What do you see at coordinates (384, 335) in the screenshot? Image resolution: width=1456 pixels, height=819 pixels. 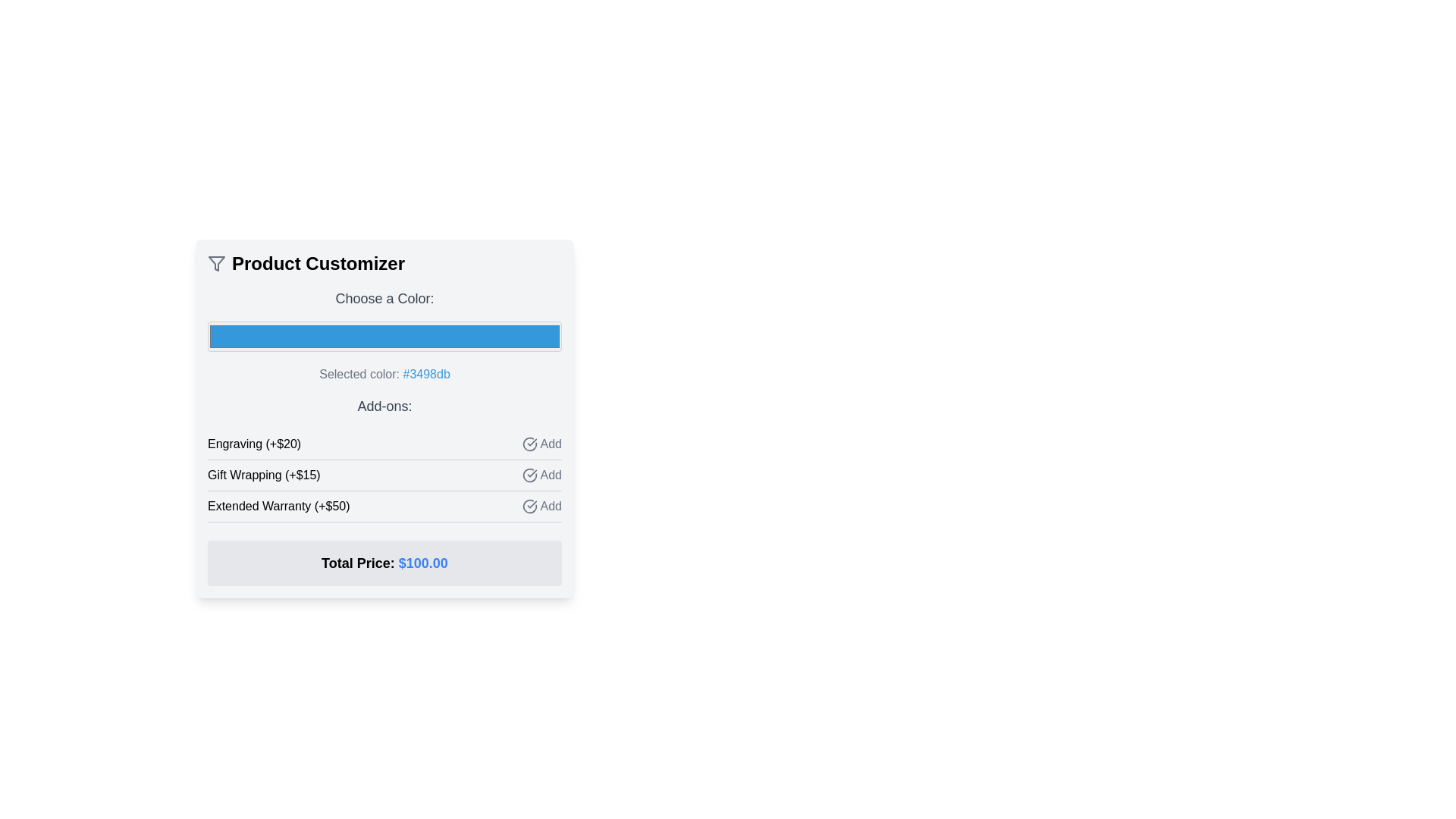 I see `the horizontal color selection bar with a light blue fill and a thin gray border` at bounding box center [384, 335].